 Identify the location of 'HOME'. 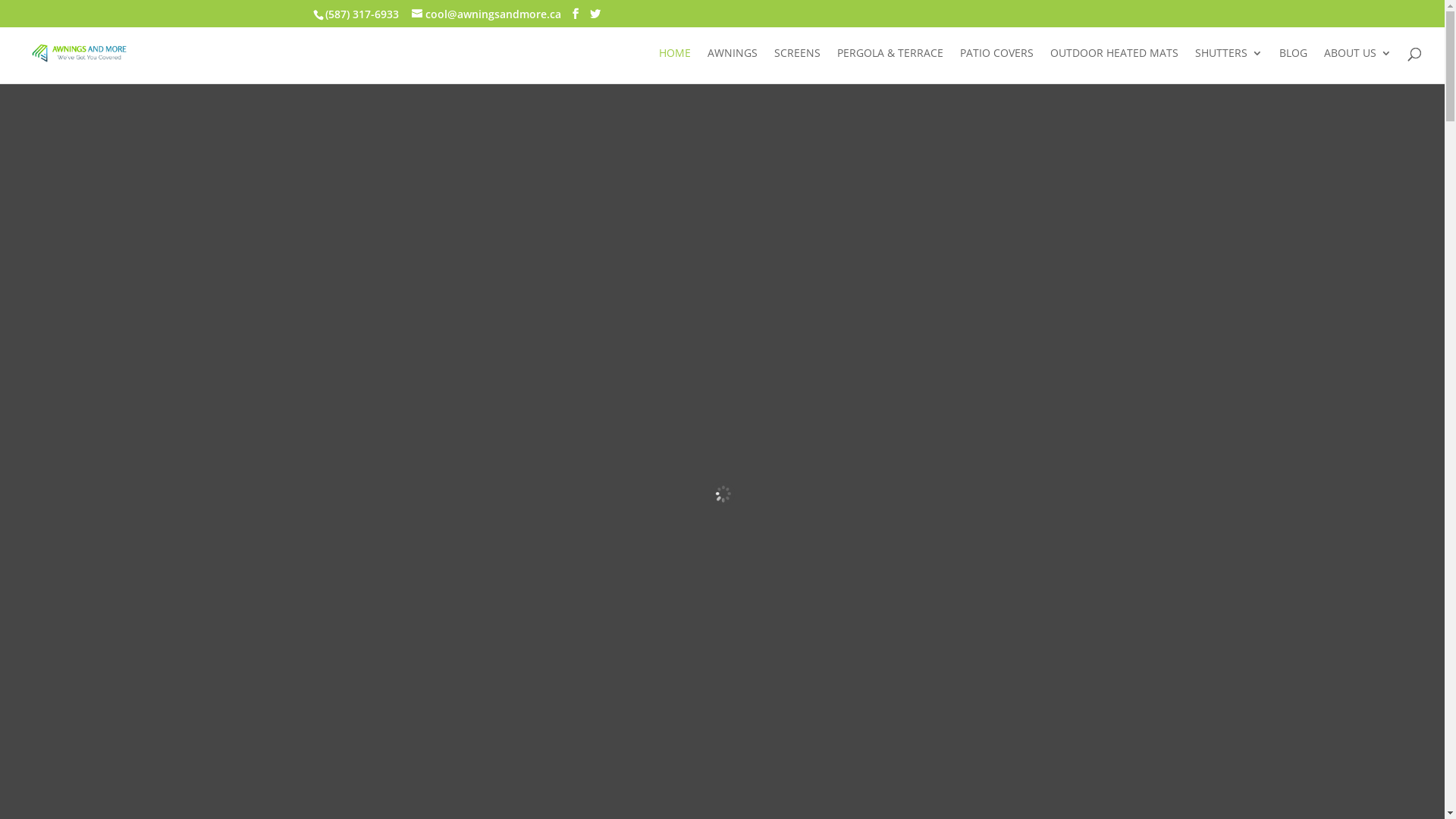
(673, 64).